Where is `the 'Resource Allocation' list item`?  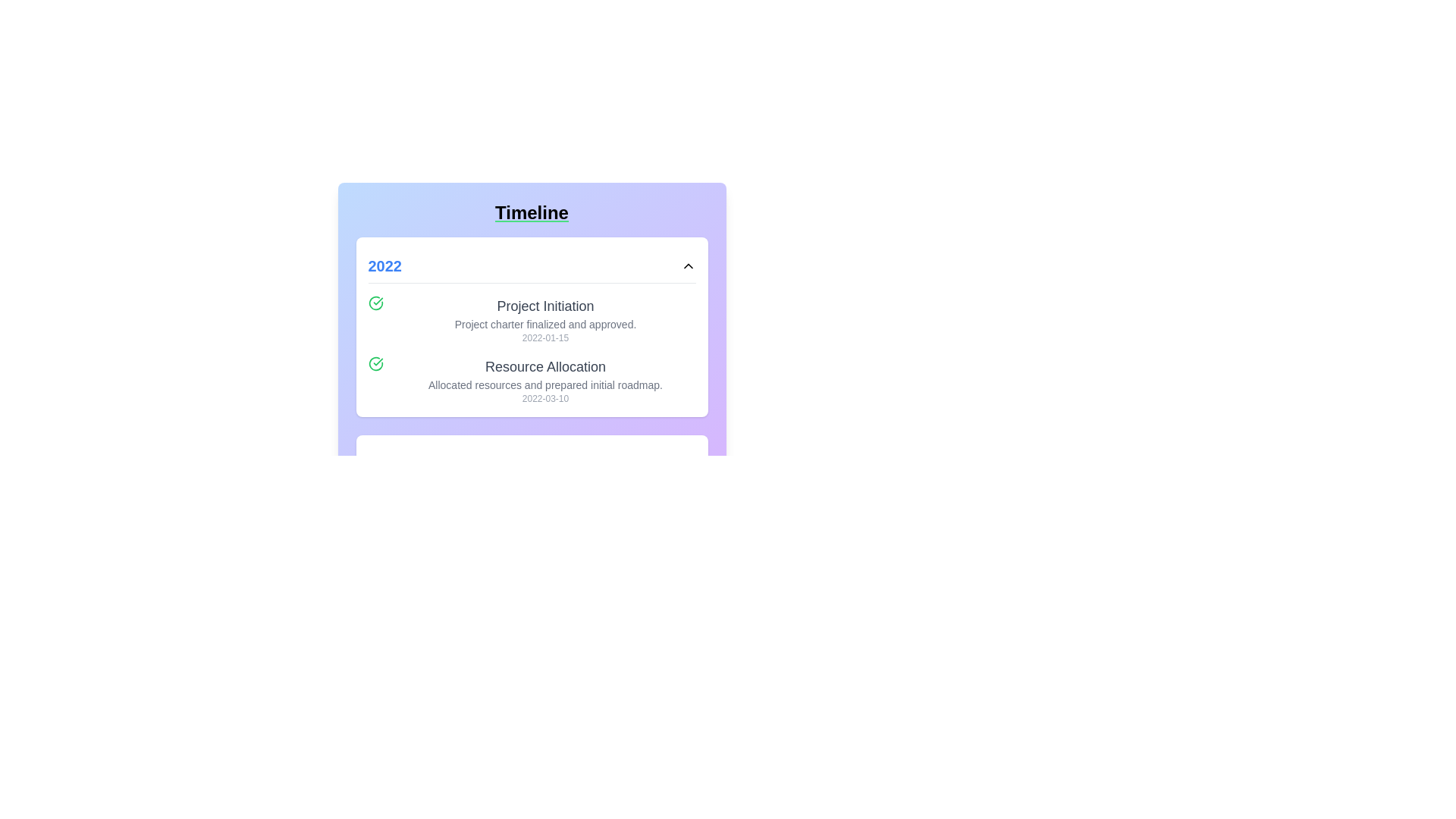
the 'Resource Allocation' list item is located at coordinates (532, 379).